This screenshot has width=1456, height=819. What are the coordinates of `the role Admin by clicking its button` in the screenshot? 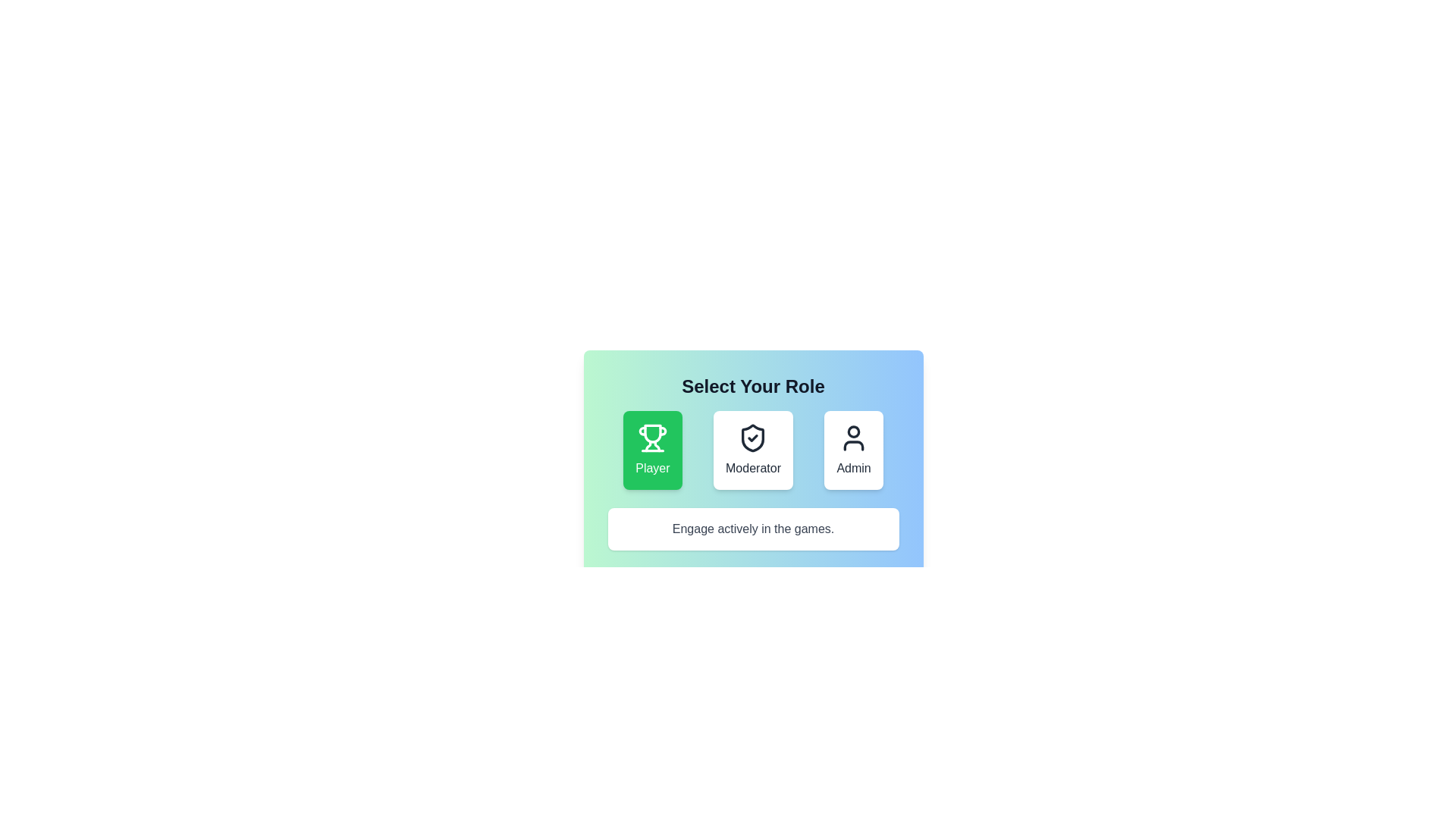 It's located at (854, 450).